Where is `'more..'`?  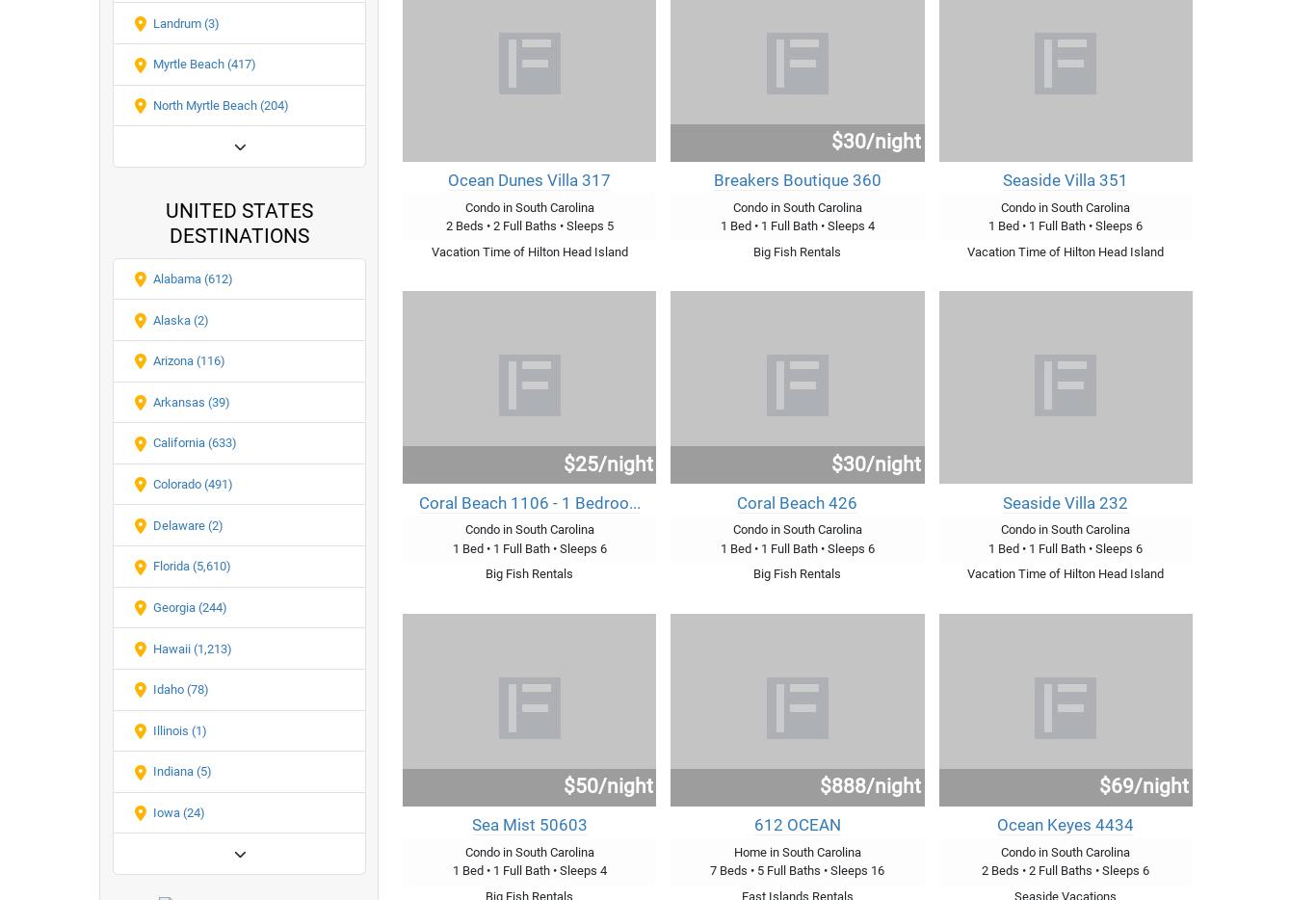 'more..' is located at coordinates (801, 98).